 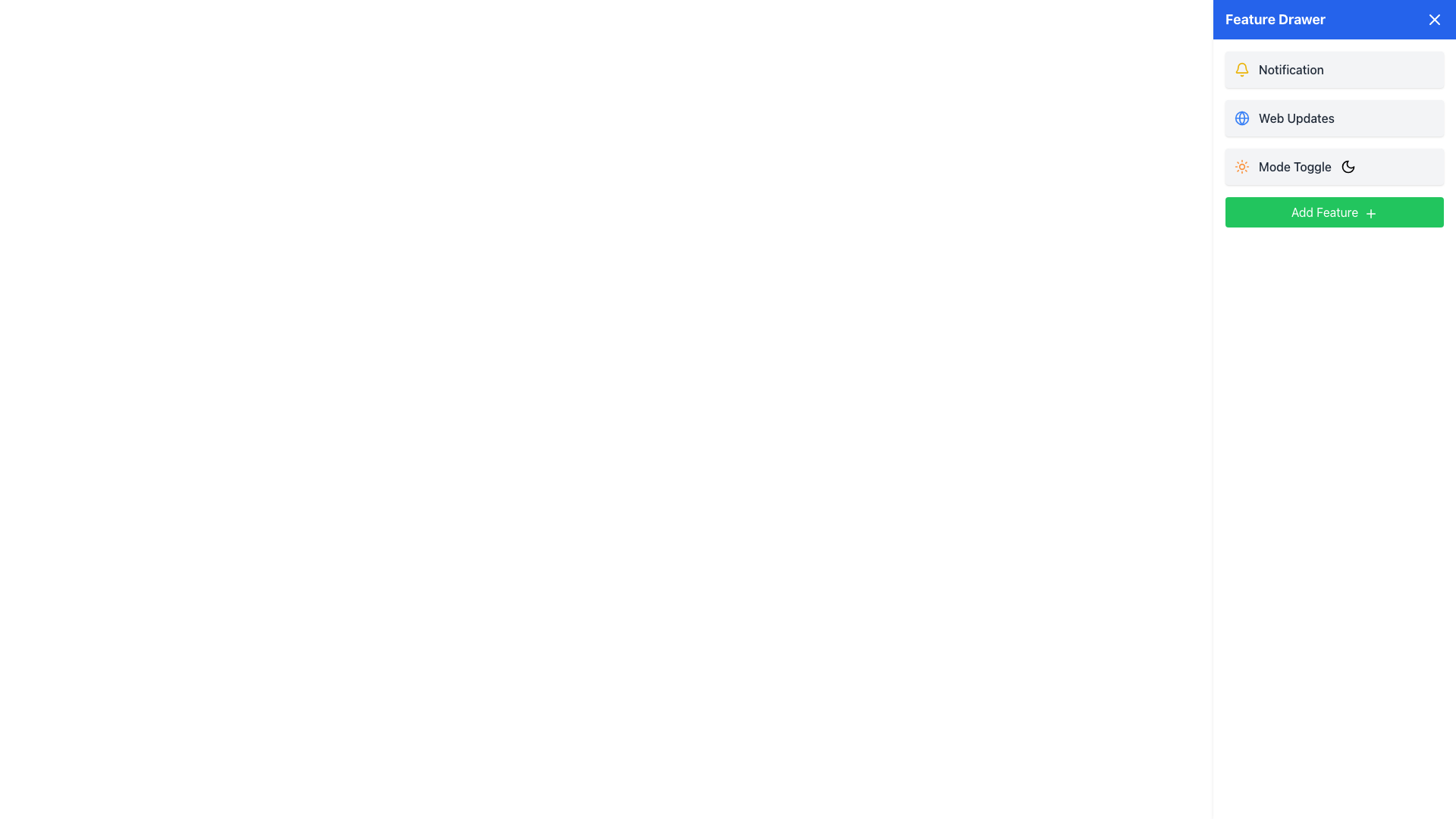 What do you see at coordinates (1241, 166) in the screenshot?
I see `the small orange sun icon in the 'Mode Toggle' control located in the right sidebar to prompt the tooltip` at bounding box center [1241, 166].